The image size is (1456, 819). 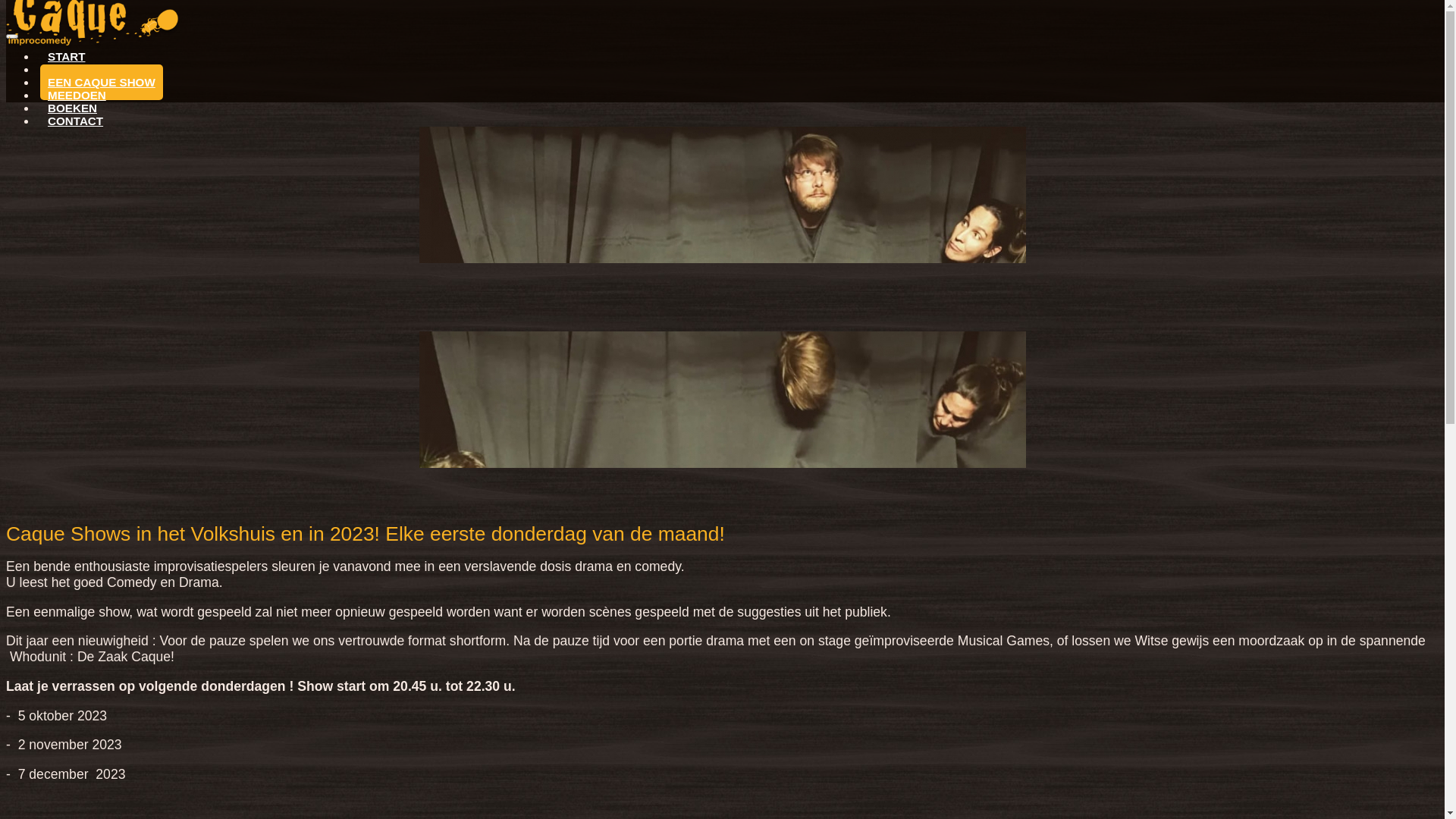 What do you see at coordinates (101, 82) in the screenshot?
I see `'EEN CAQUE SHOW'` at bounding box center [101, 82].